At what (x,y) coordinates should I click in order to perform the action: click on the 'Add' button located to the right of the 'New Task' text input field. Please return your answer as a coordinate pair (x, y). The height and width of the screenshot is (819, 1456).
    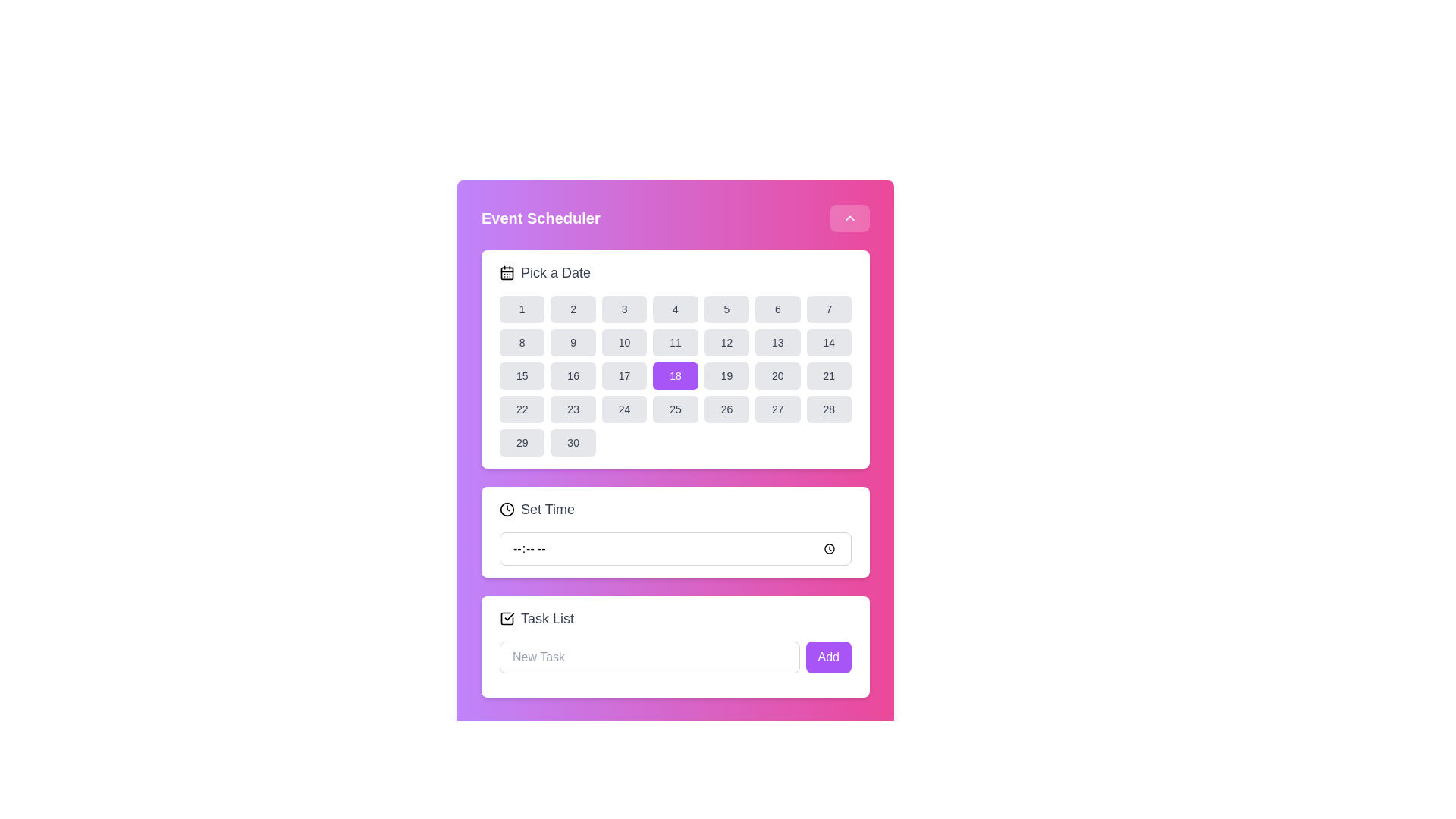
    Looking at the image, I should click on (827, 657).